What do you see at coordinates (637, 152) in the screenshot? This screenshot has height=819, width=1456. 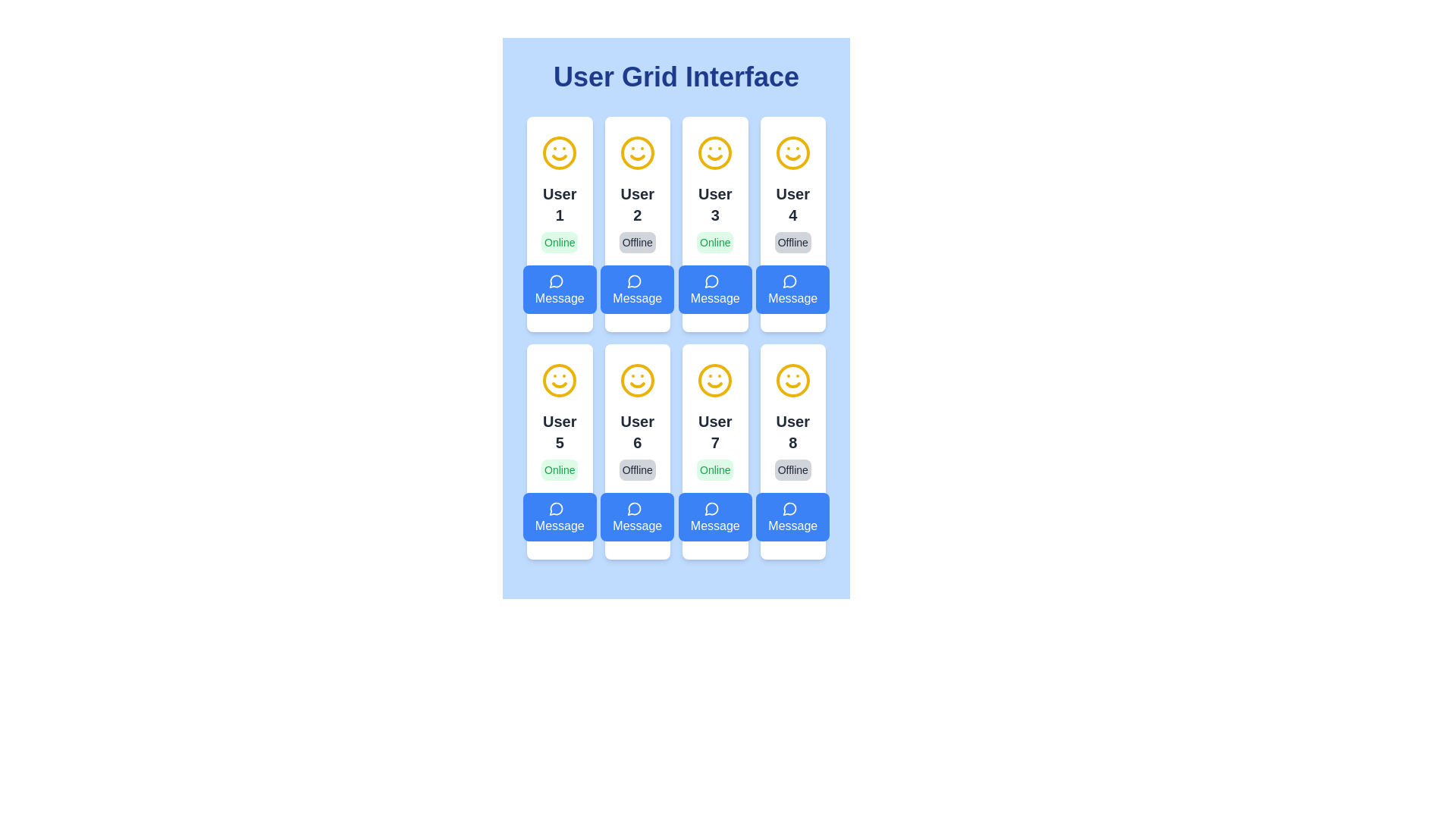 I see `the decorative icon representing 'User 2' status, located at the top-center of the card structure, above the text 'User 2' and 'Offline'` at bounding box center [637, 152].